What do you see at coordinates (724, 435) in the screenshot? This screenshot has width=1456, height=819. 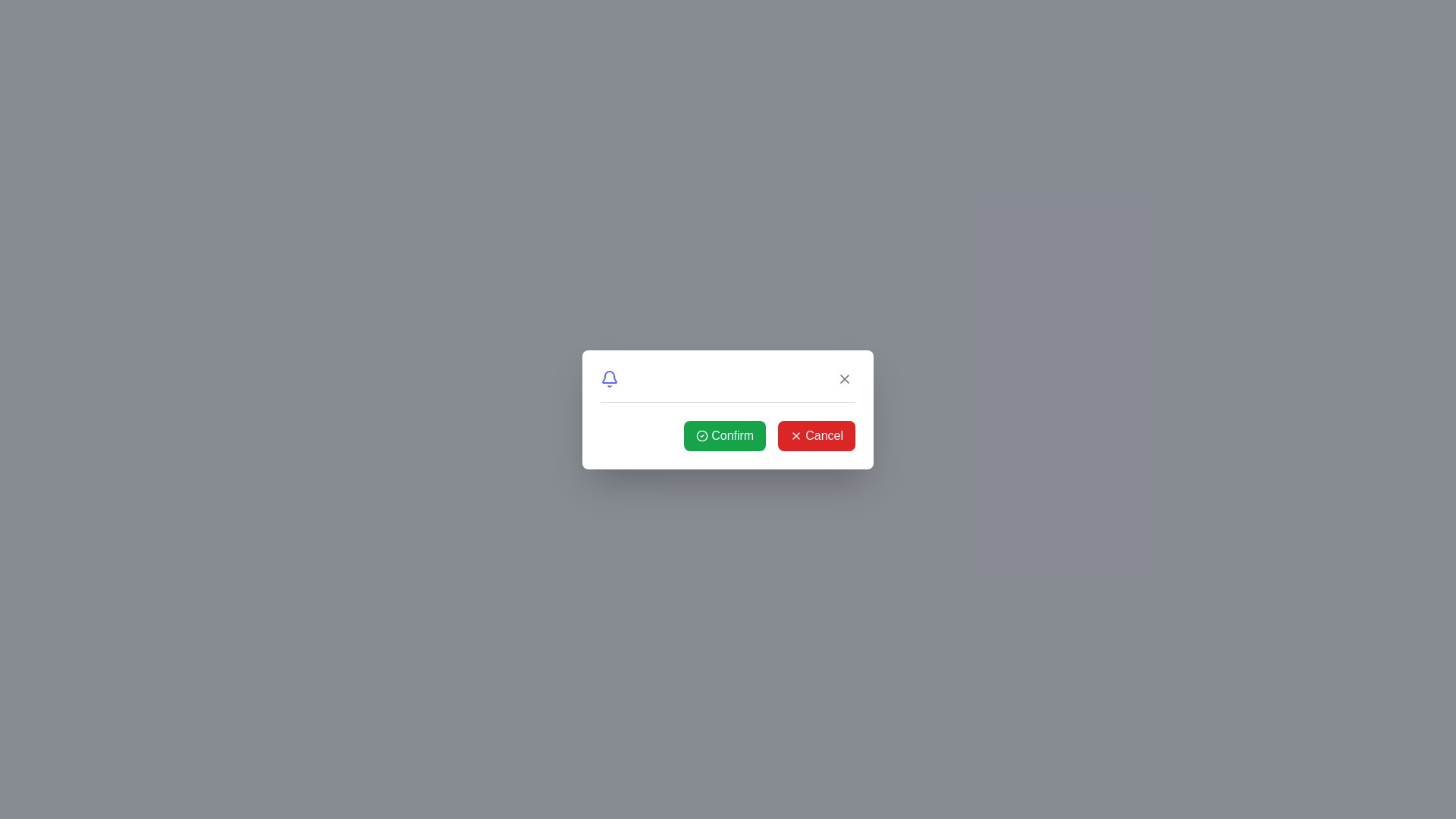 I see `the confirmation button located in the lower-right section of the modal dialog box` at bounding box center [724, 435].